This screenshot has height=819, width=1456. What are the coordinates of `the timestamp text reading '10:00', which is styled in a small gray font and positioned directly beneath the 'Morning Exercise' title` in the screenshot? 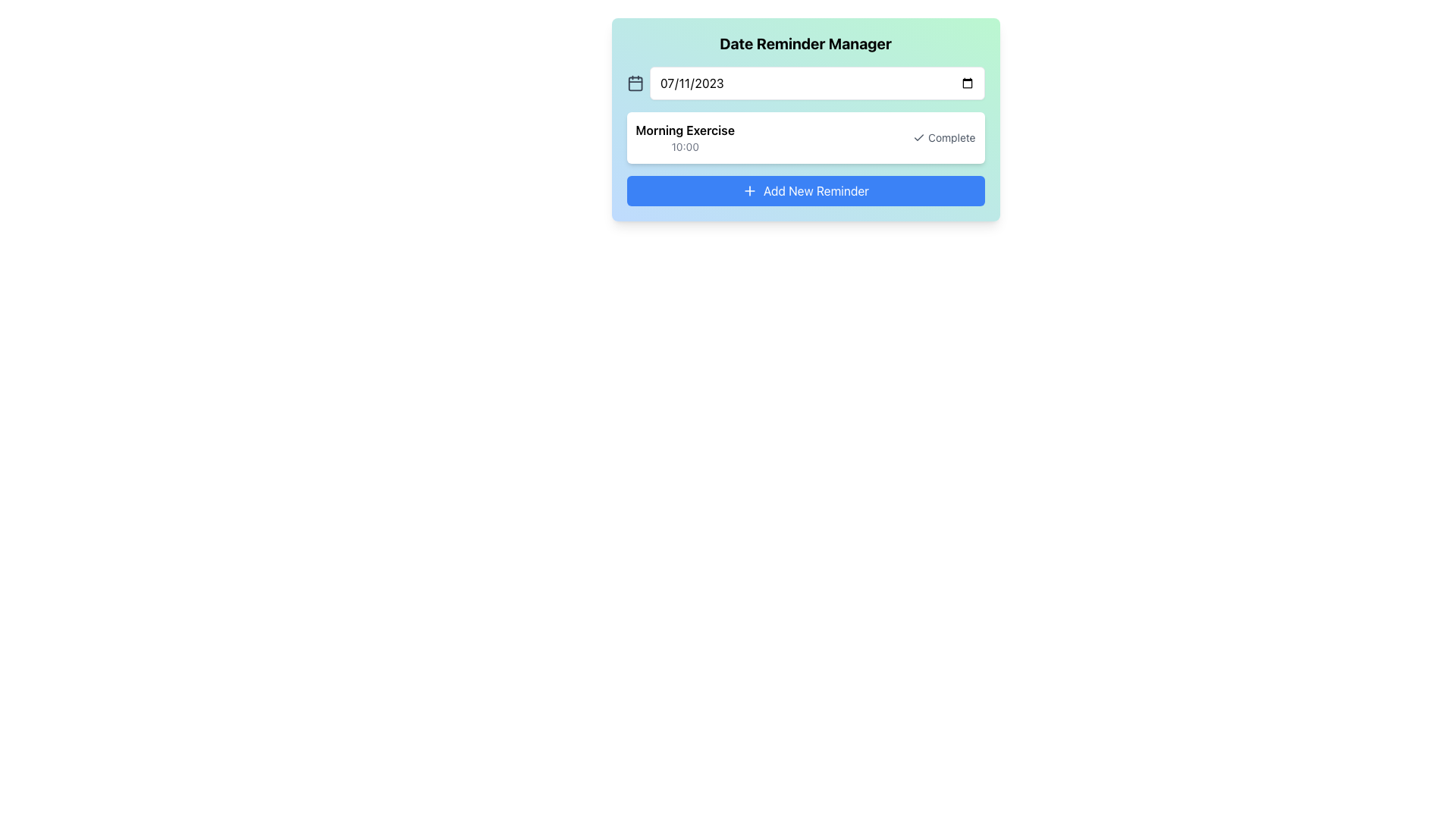 It's located at (684, 146).